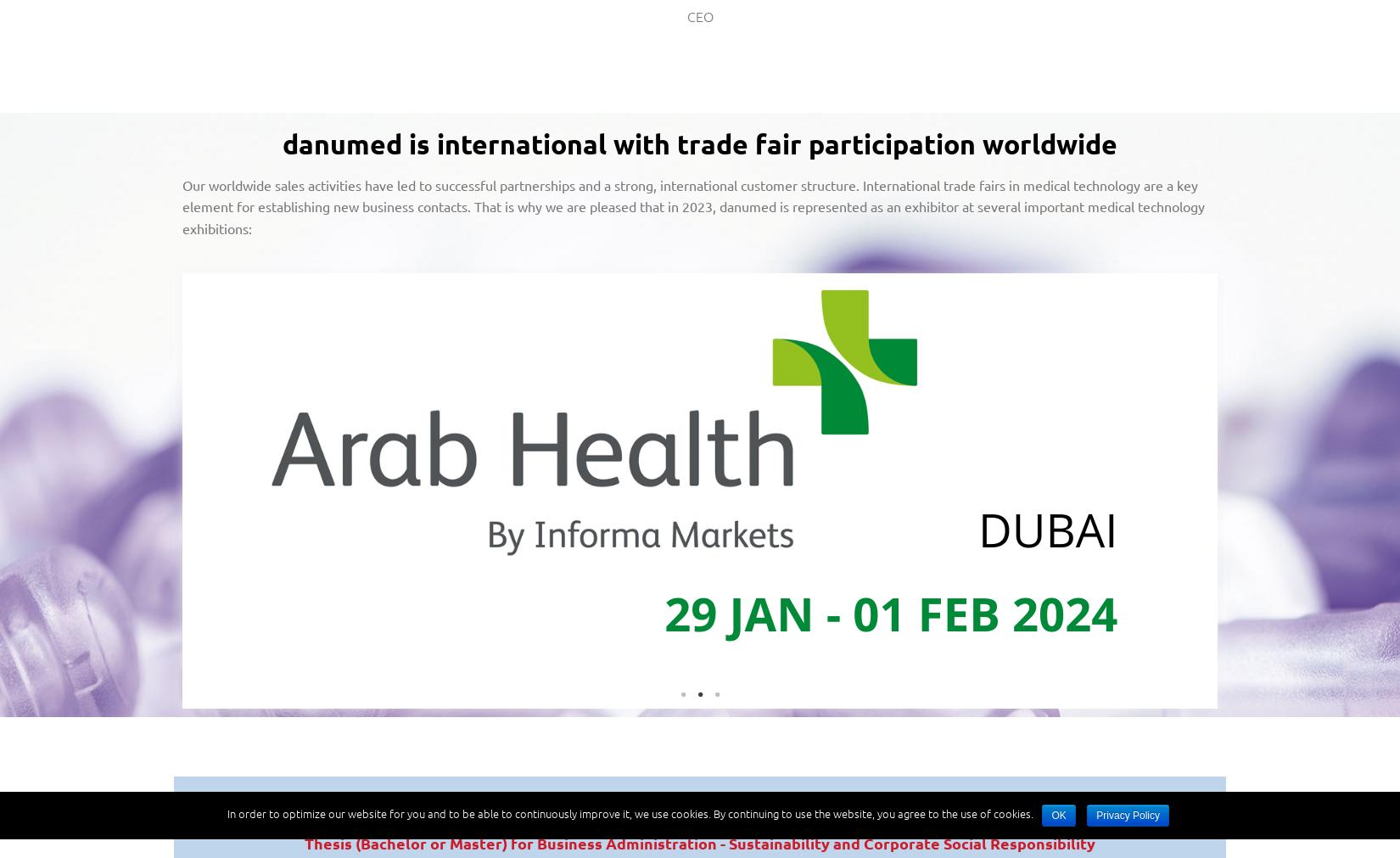  Describe the element at coordinates (700, 143) in the screenshot. I see `'danumed is international with trade fair participation worldwide'` at that location.